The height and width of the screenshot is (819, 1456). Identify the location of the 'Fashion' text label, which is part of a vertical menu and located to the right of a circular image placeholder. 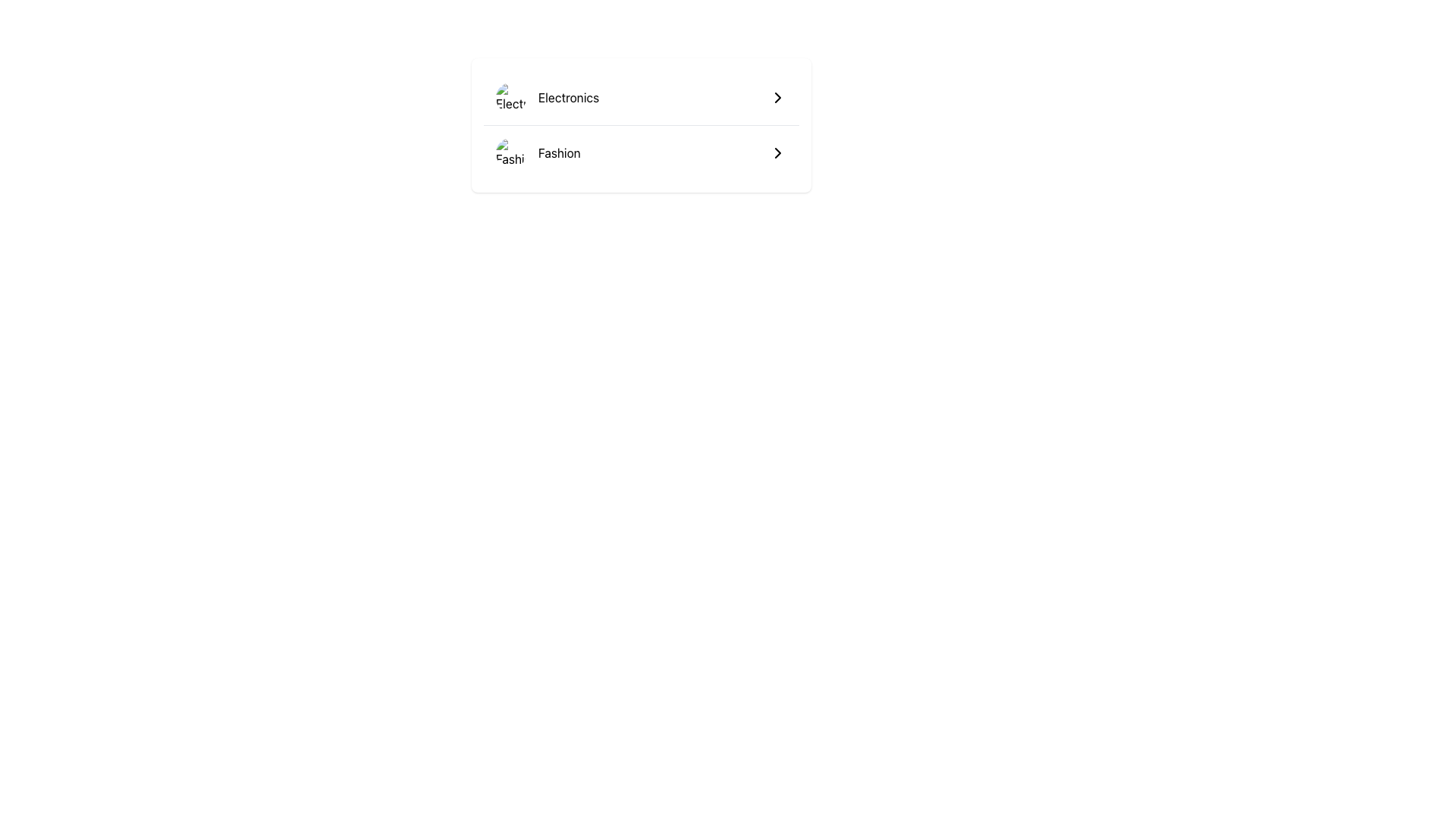
(538, 152).